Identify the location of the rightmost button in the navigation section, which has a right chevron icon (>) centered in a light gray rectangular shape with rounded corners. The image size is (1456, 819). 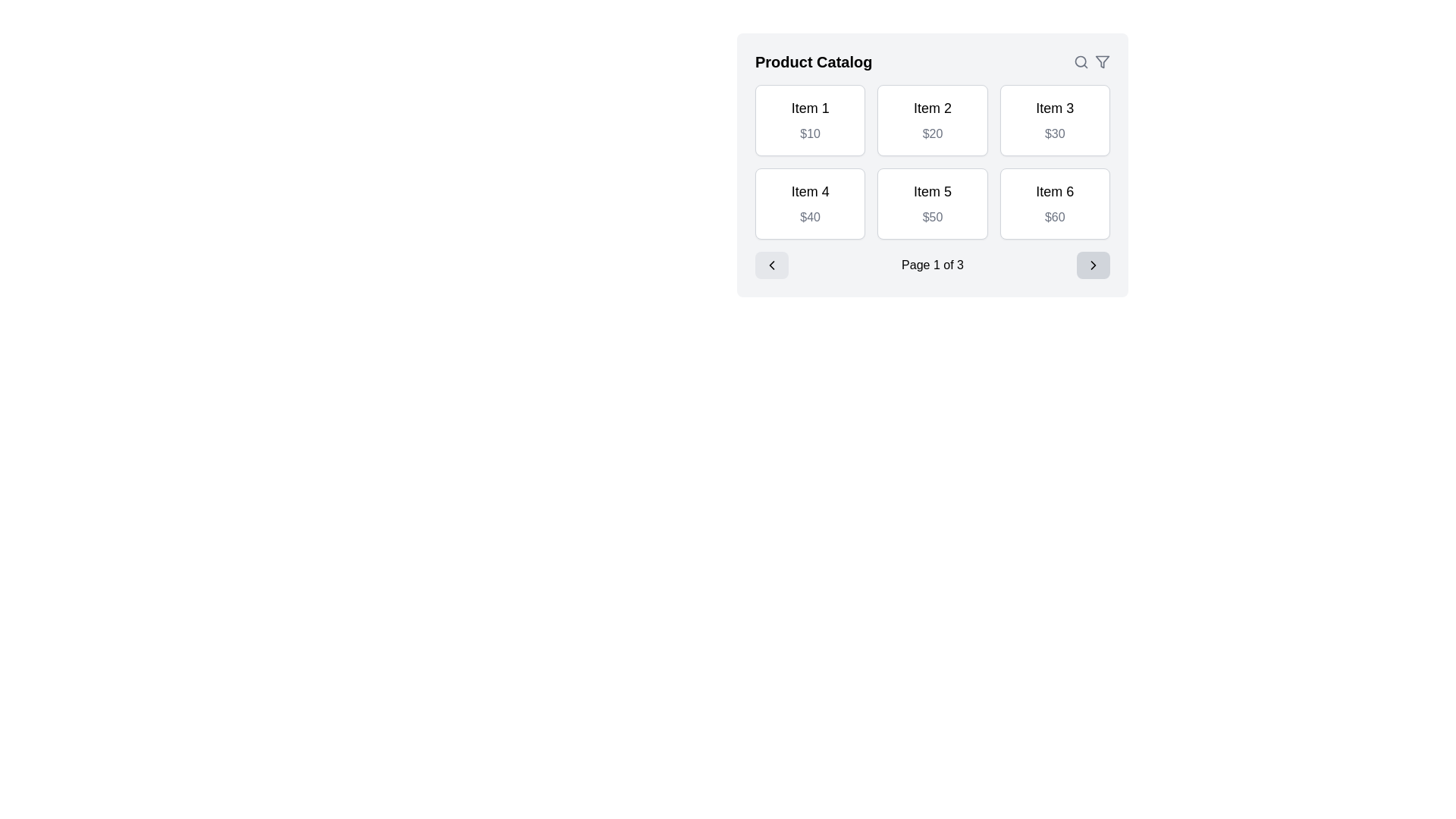
(1093, 265).